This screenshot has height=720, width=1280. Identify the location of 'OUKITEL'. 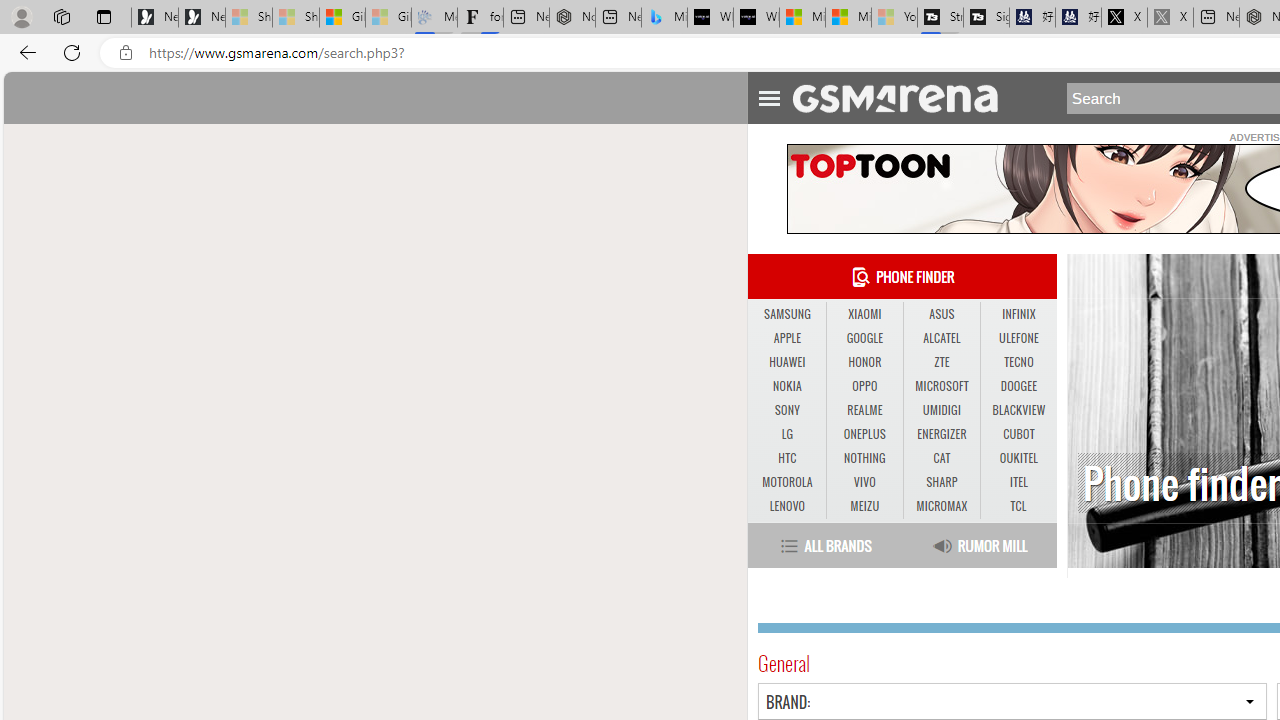
(1018, 458).